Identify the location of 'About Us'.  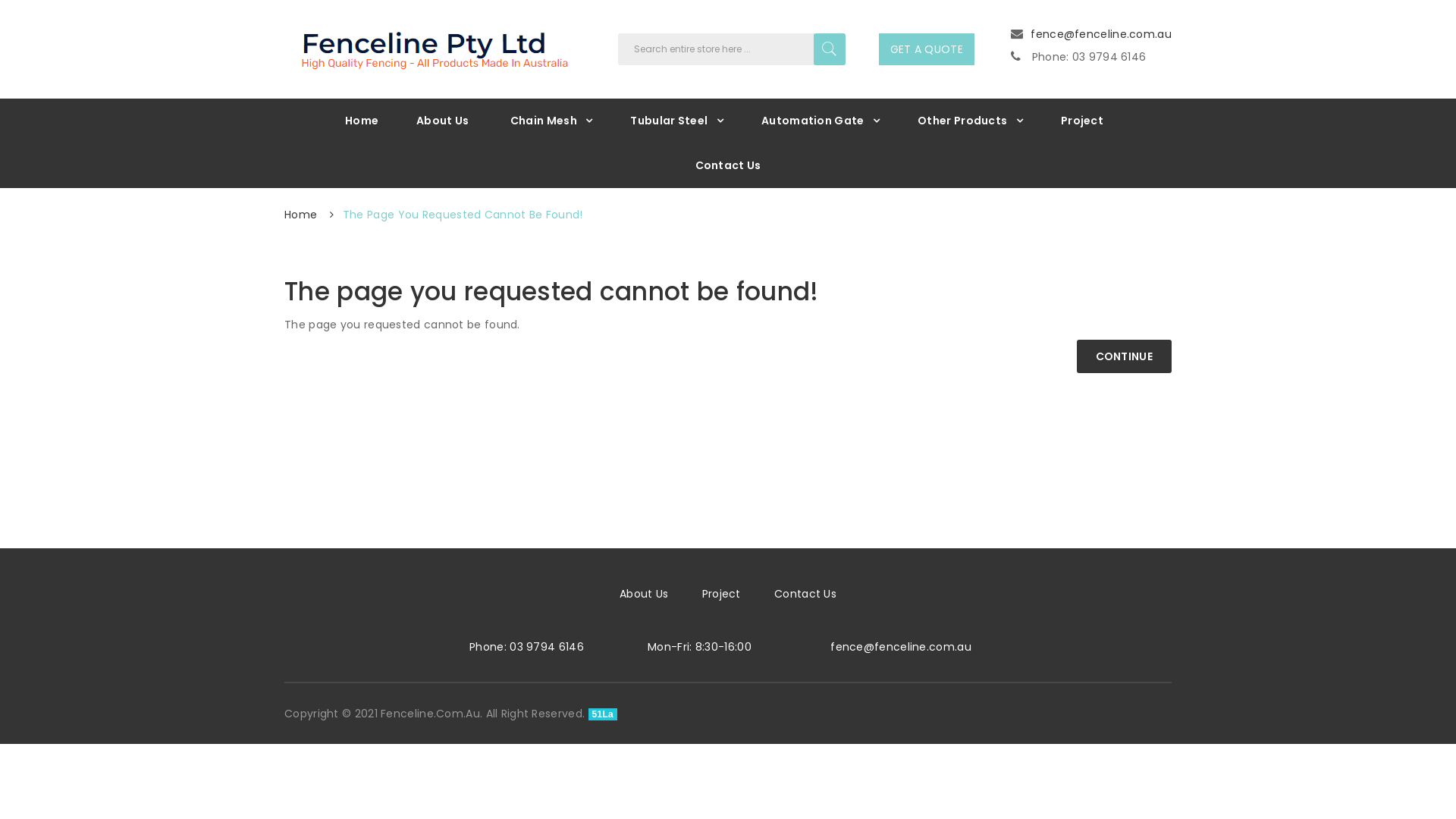
(441, 120).